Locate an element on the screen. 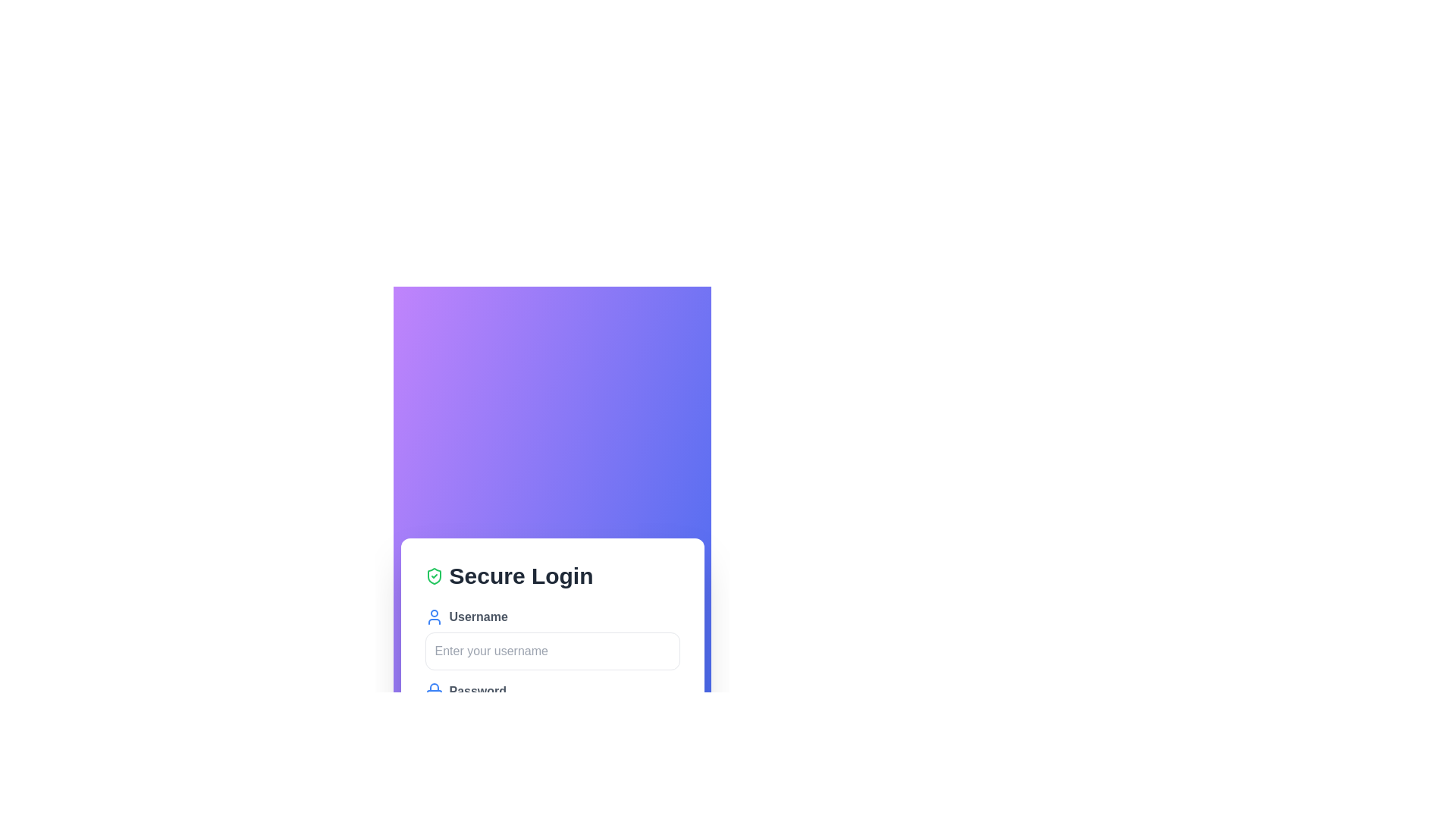 The height and width of the screenshot is (819, 1456). the user avatar icon, which is a blue circular head representation positioned to the left of the 'Username' text label is located at coordinates (433, 617).